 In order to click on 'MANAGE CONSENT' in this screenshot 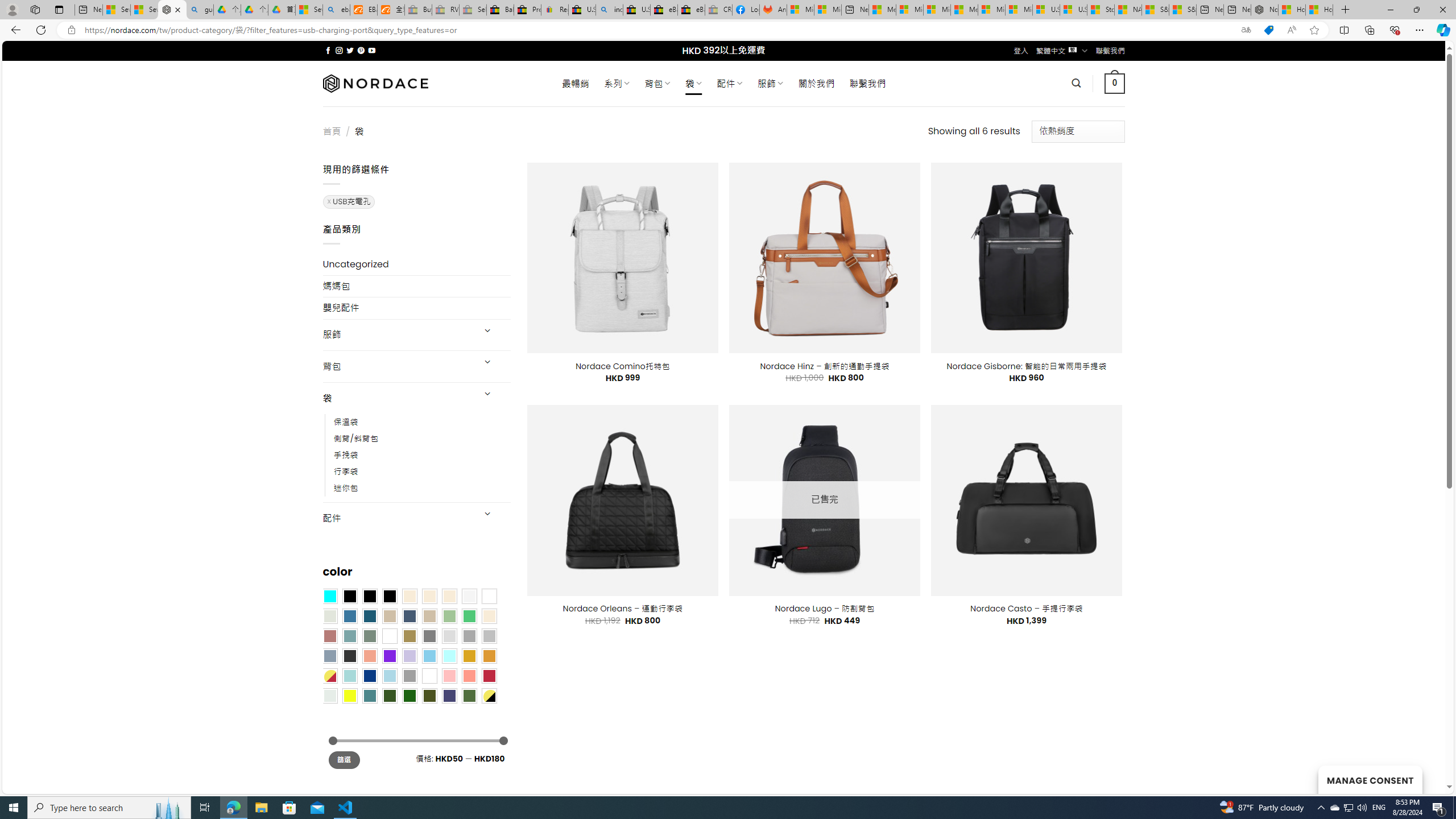, I will do `click(1370, 779)`.